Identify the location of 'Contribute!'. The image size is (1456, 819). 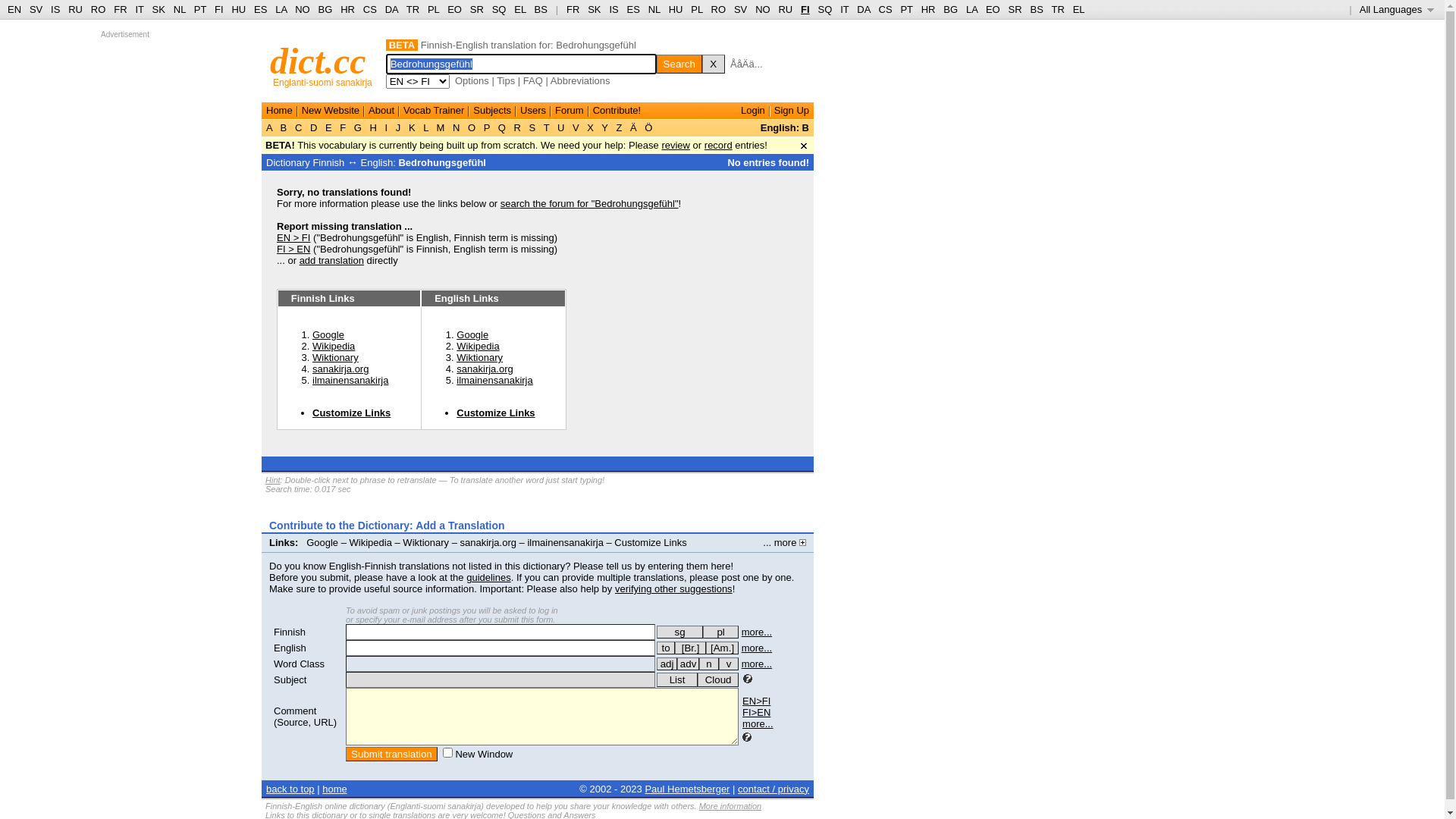
(617, 109).